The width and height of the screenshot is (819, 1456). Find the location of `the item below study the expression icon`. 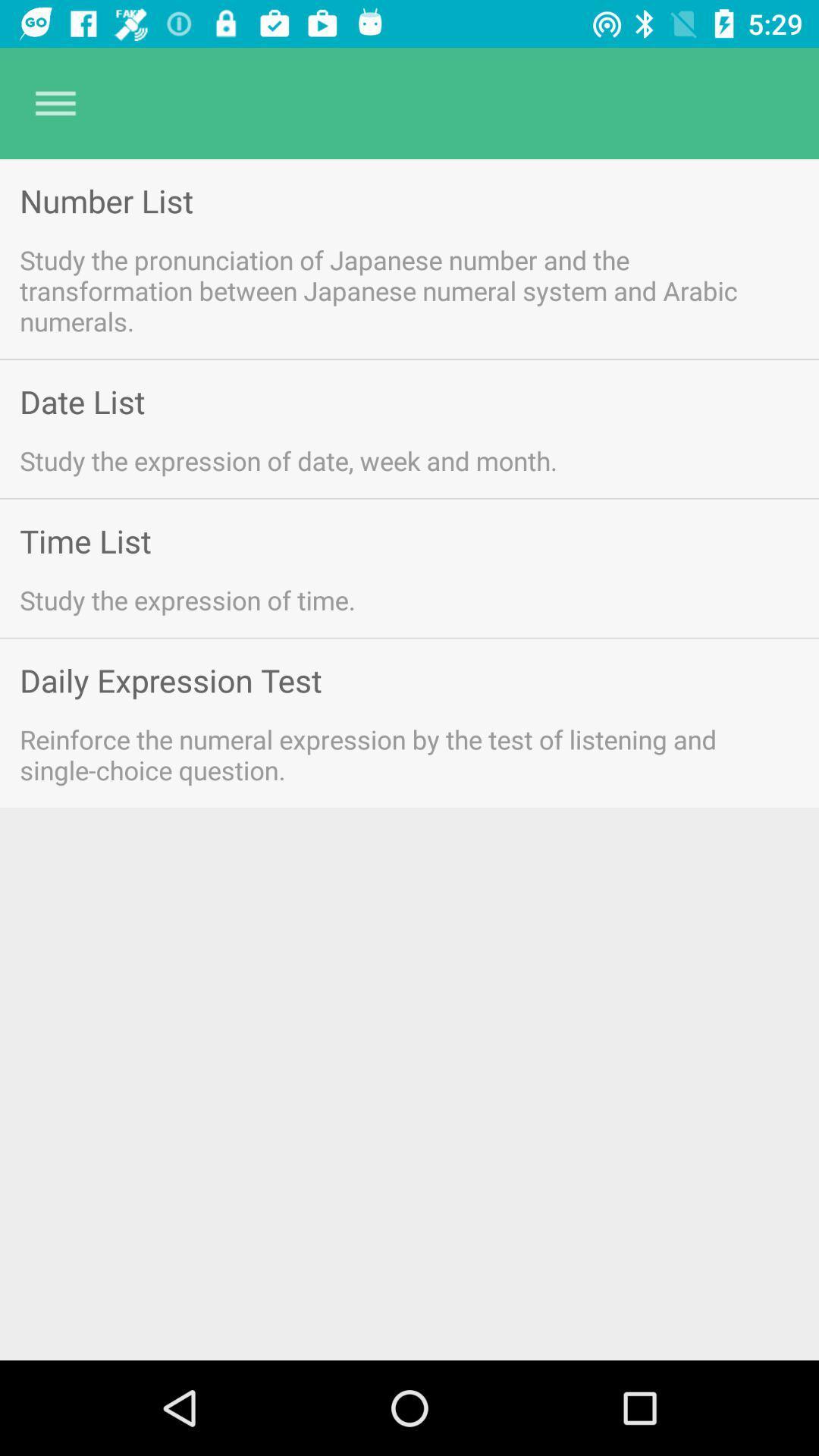

the item below study the expression icon is located at coordinates (85, 541).